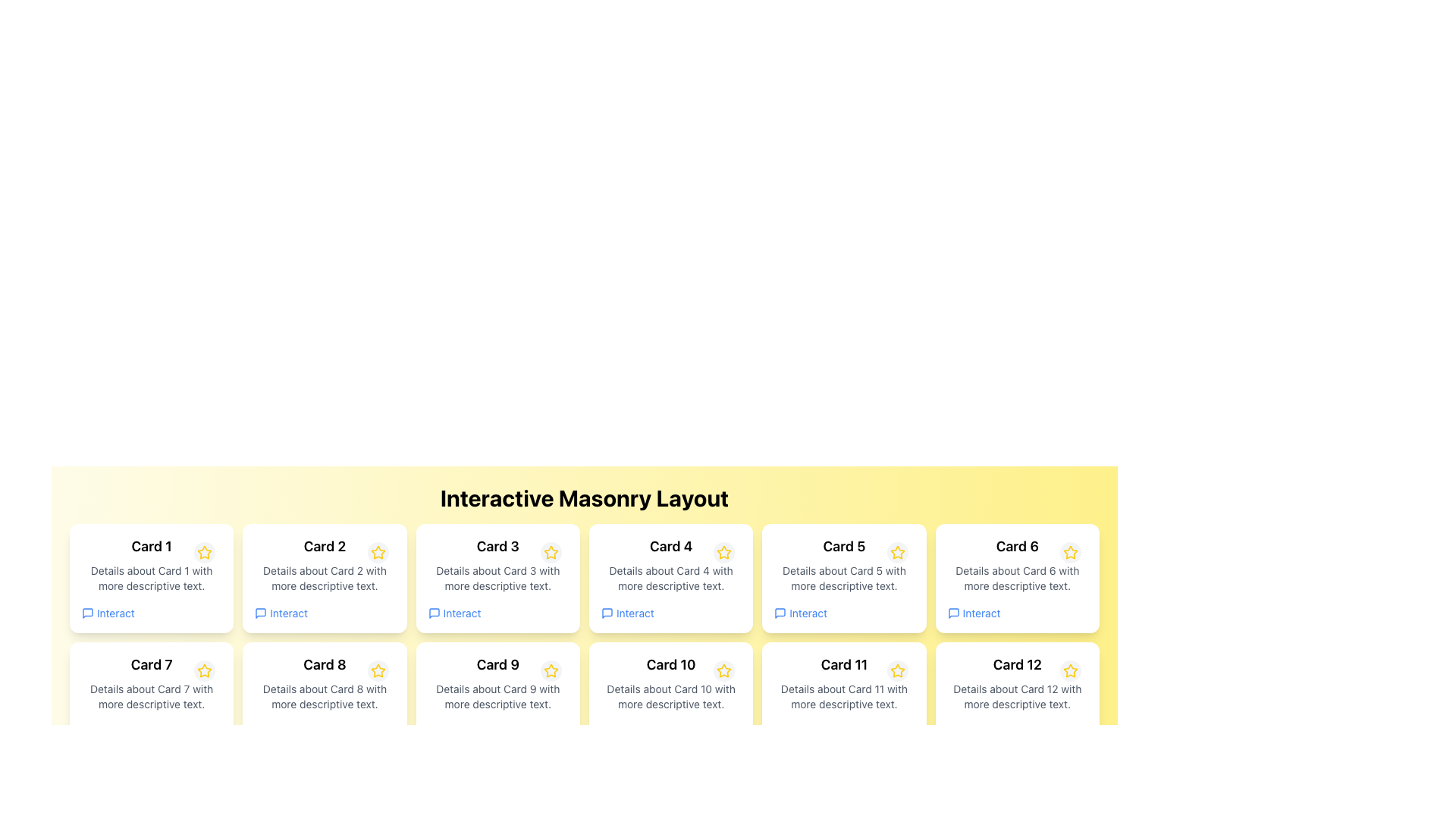  Describe the element at coordinates (497, 664) in the screenshot. I see `the Text label displaying 'Card 9' located in the header section of the card component in the second row, first column of the masonry layout` at that location.